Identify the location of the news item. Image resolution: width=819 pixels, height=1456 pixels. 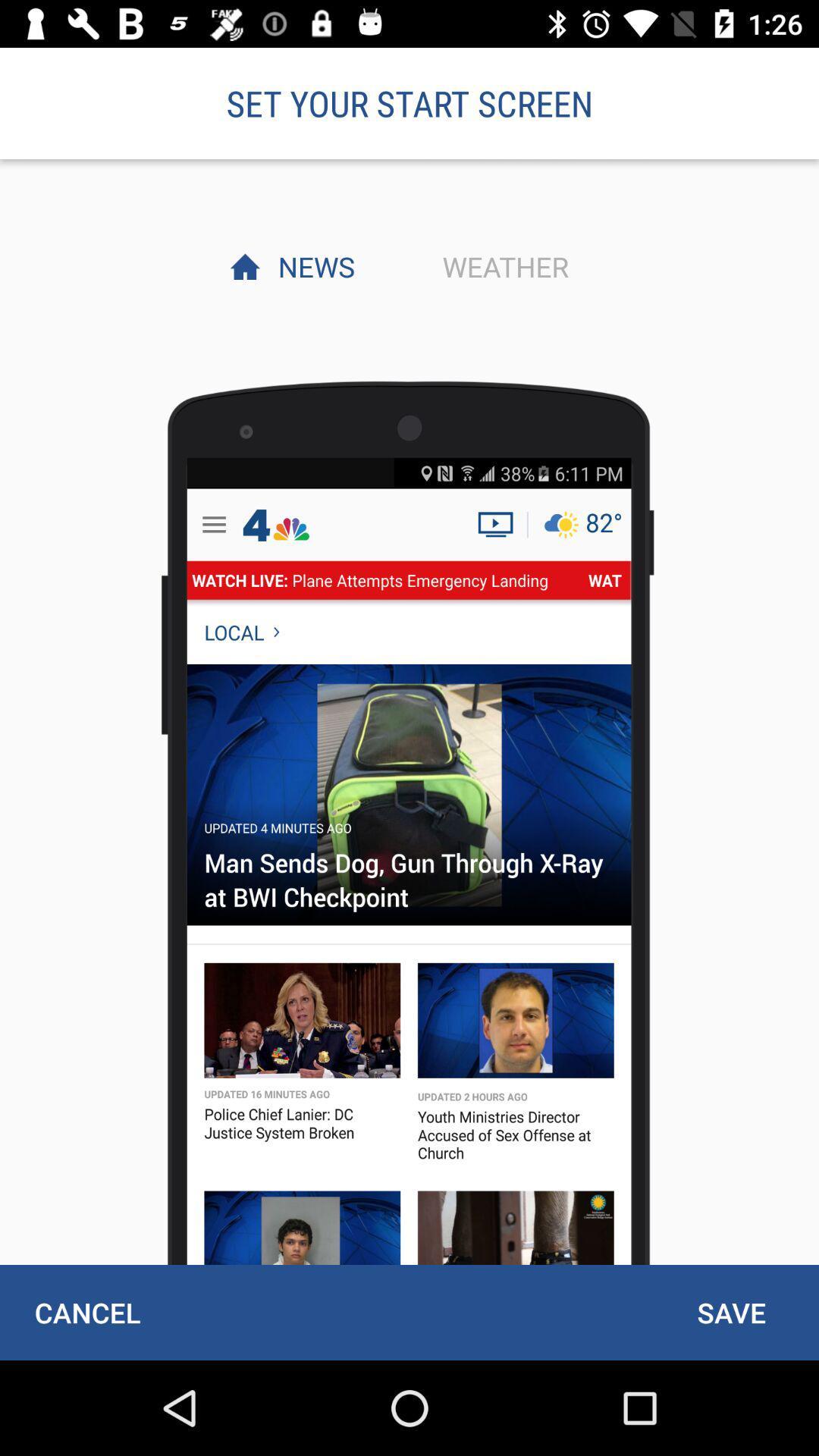
(312, 266).